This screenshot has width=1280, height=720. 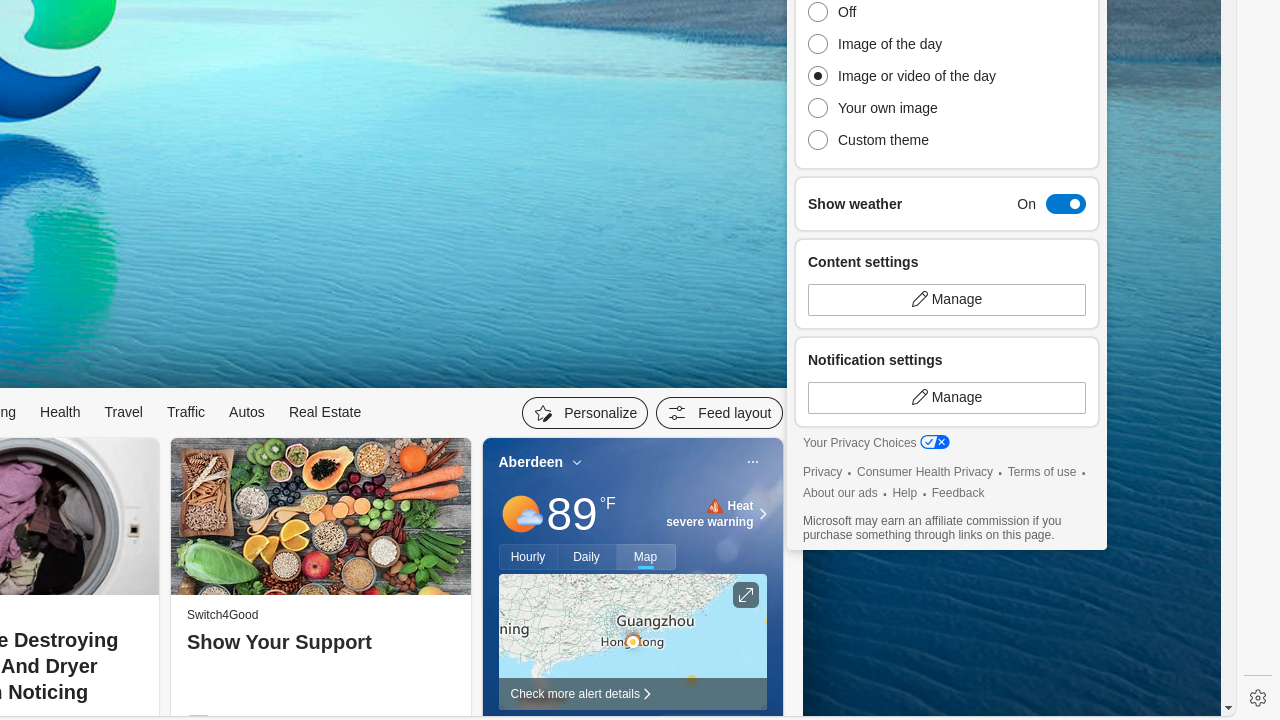 What do you see at coordinates (751, 462) in the screenshot?
I see `'More options'` at bounding box center [751, 462].